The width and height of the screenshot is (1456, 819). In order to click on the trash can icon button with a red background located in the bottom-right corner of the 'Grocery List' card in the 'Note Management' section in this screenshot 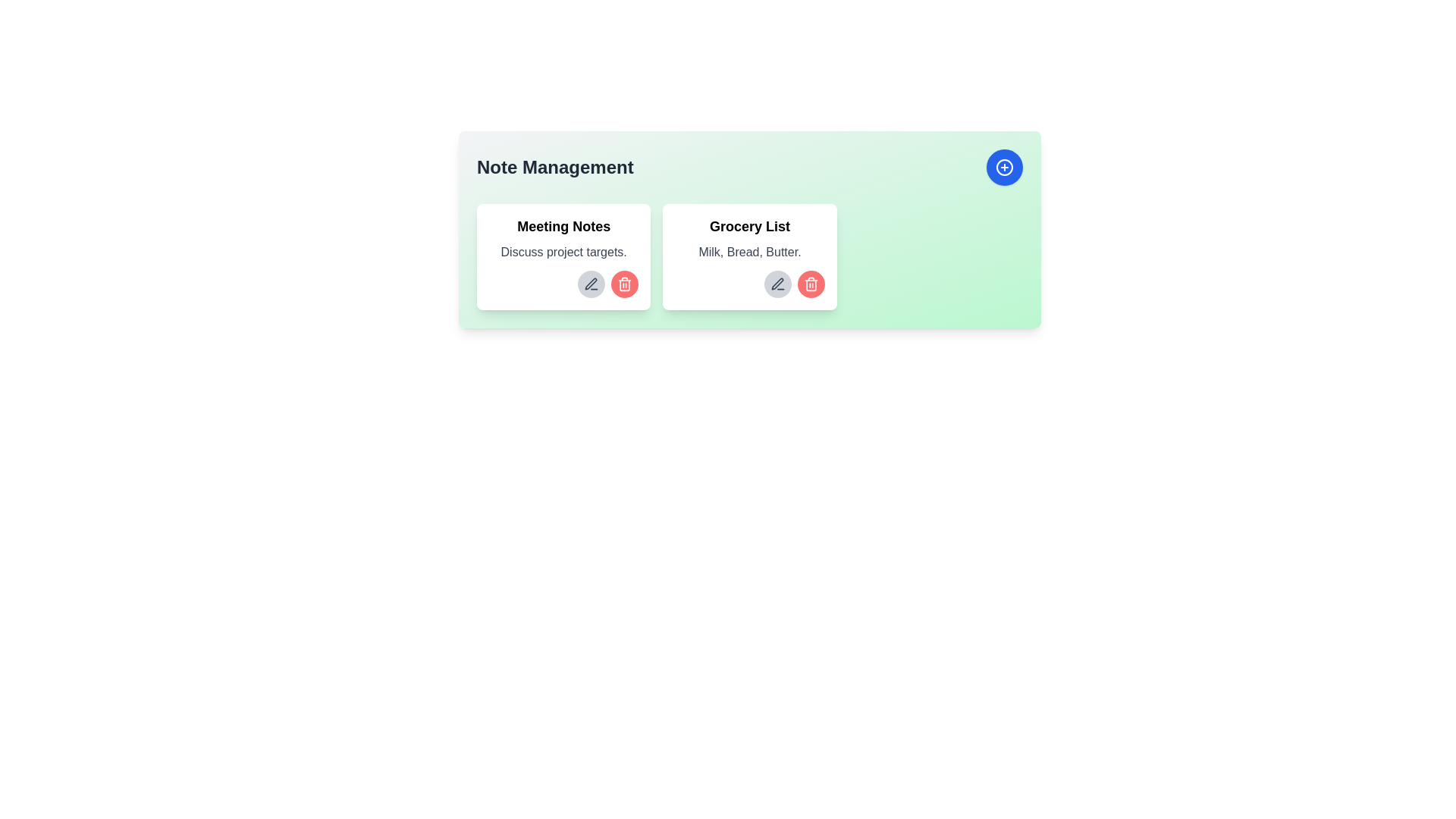, I will do `click(625, 284)`.